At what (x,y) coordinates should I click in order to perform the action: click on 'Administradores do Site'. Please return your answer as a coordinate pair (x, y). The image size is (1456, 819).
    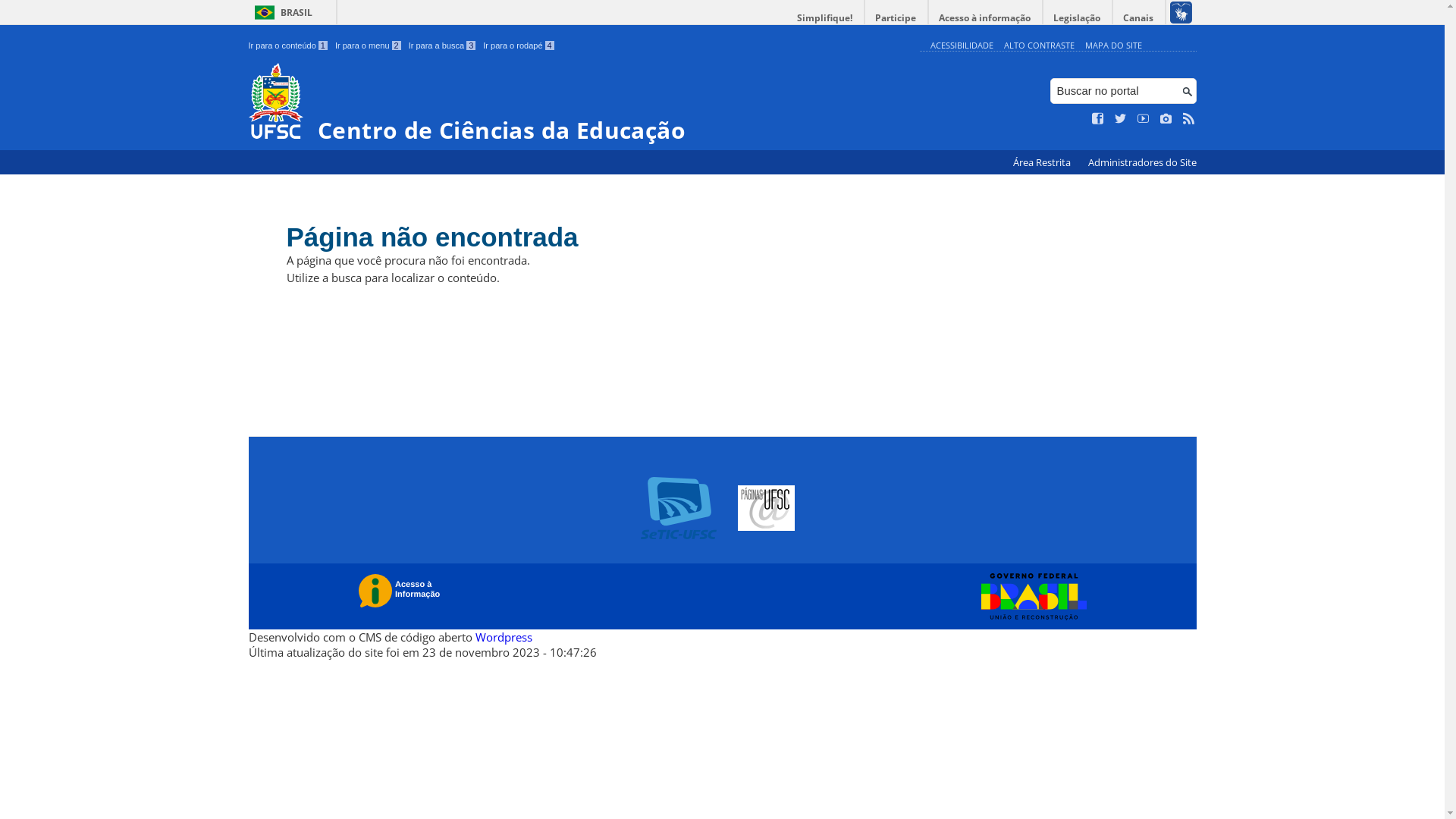
    Looking at the image, I should click on (1141, 162).